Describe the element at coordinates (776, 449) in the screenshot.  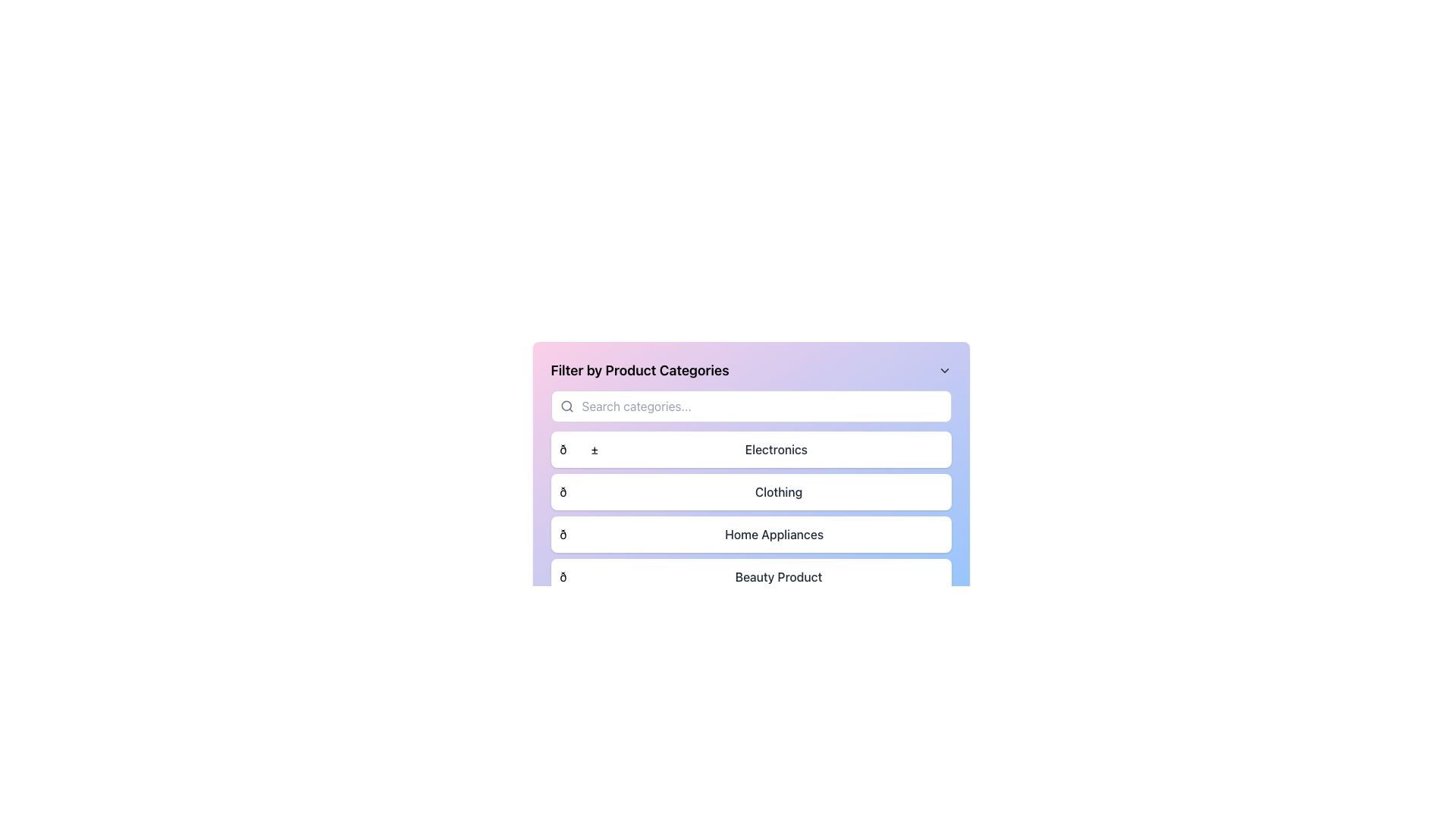
I see `on the 'Electronics' category text in the category row` at that location.